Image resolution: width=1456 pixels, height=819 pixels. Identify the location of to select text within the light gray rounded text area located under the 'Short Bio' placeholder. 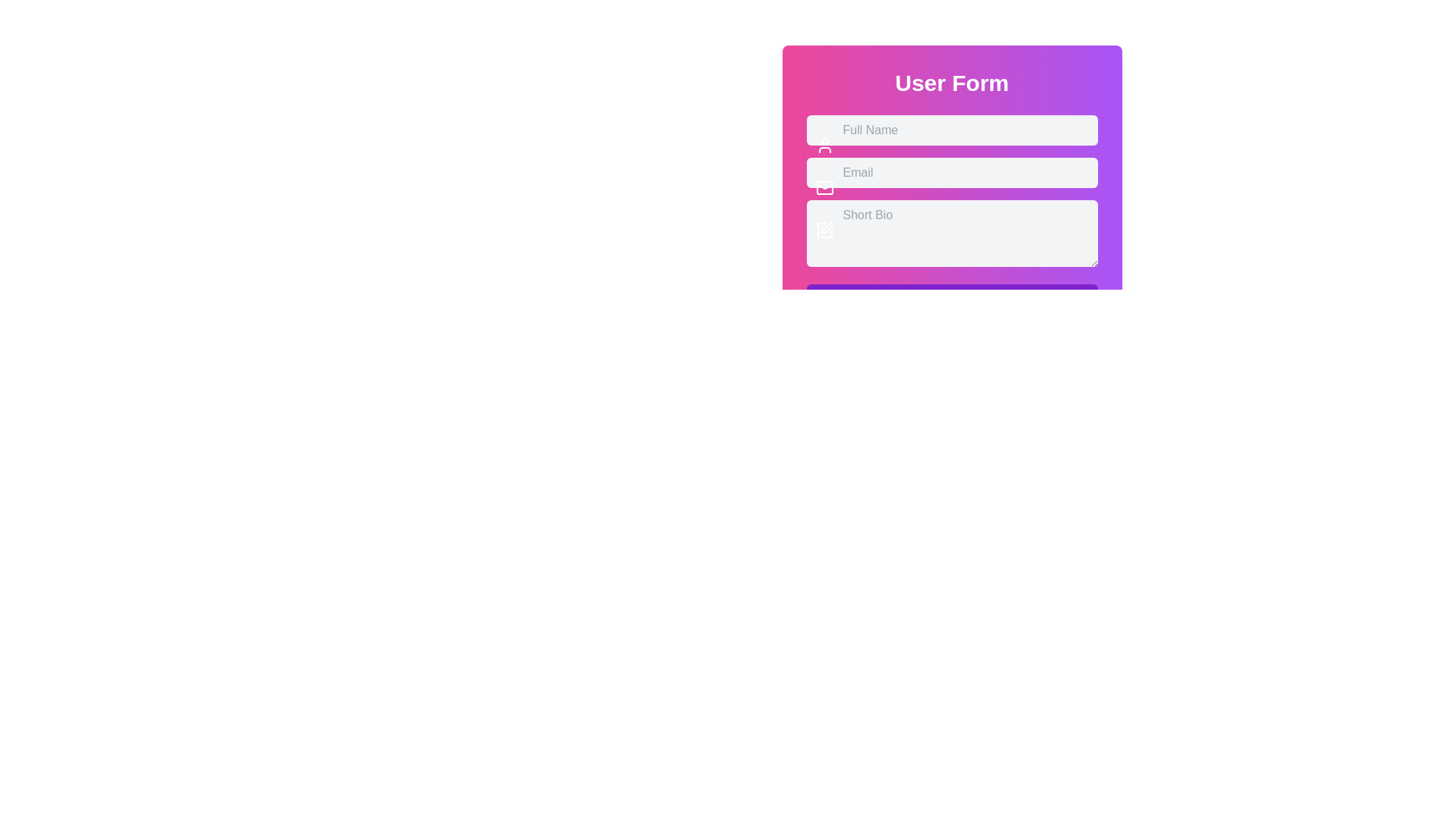
(951, 218).